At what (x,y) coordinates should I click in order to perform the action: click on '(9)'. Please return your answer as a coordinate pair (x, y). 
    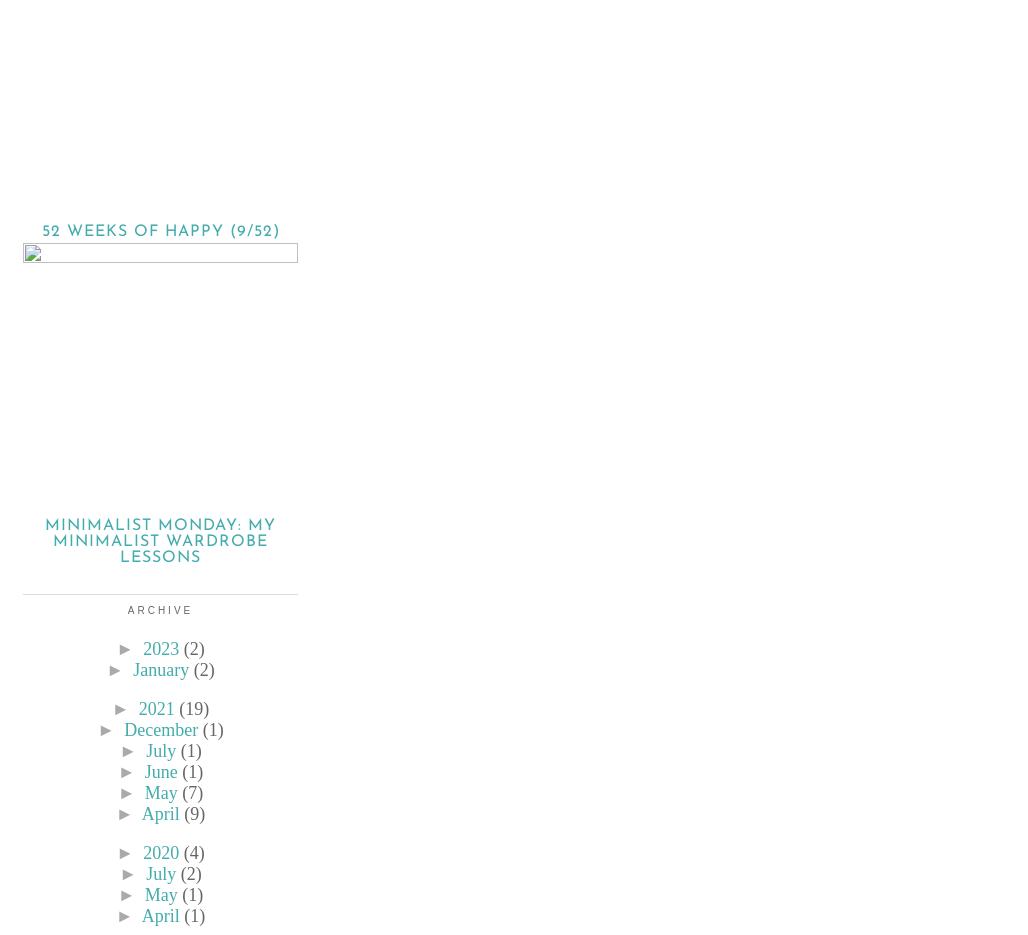
    Looking at the image, I should click on (184, 814).